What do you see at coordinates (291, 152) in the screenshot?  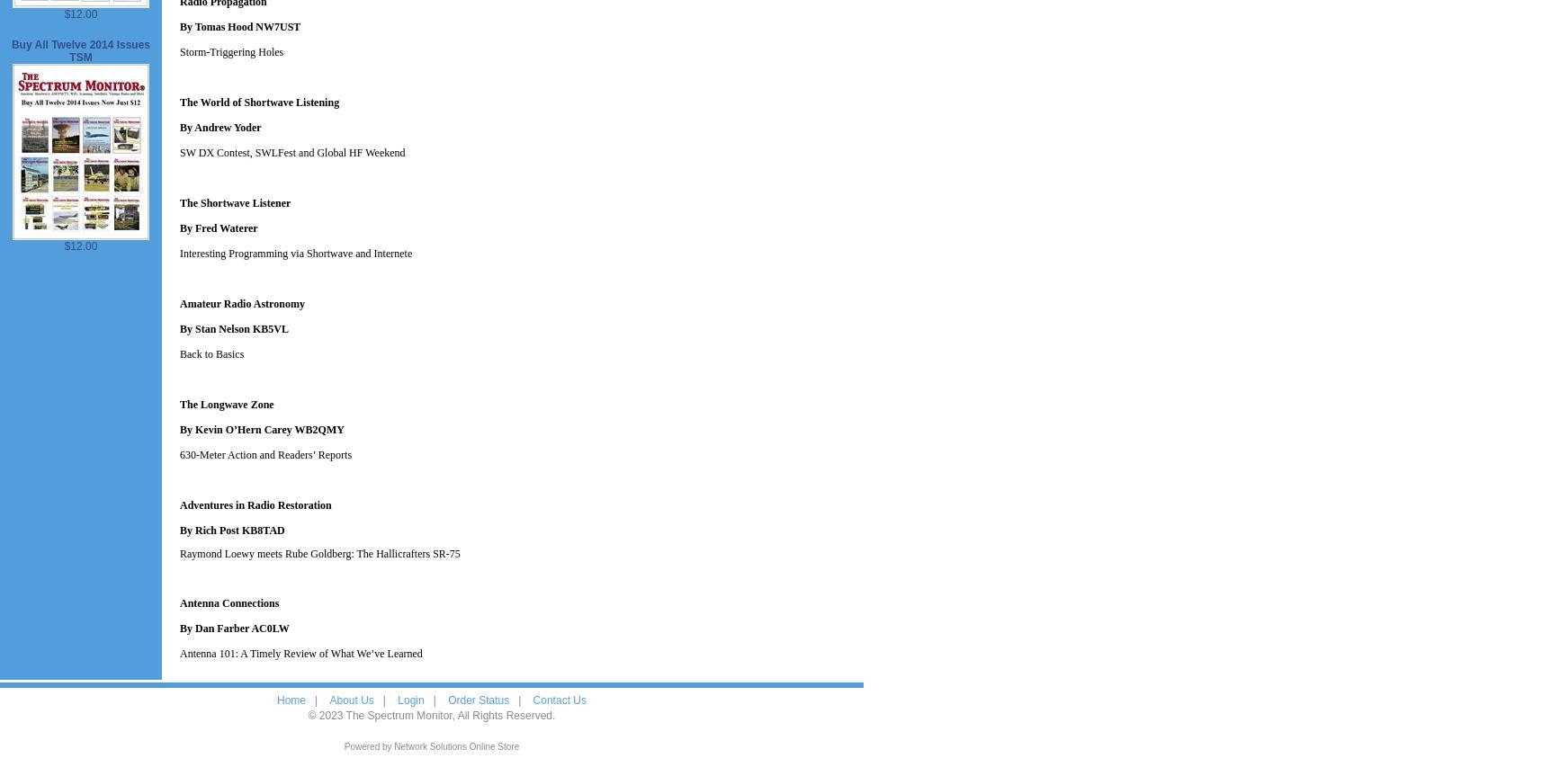 I see `'SW DX Contest, SWLFest and Global HF
Weekend'` at bounding box center [291, 152].